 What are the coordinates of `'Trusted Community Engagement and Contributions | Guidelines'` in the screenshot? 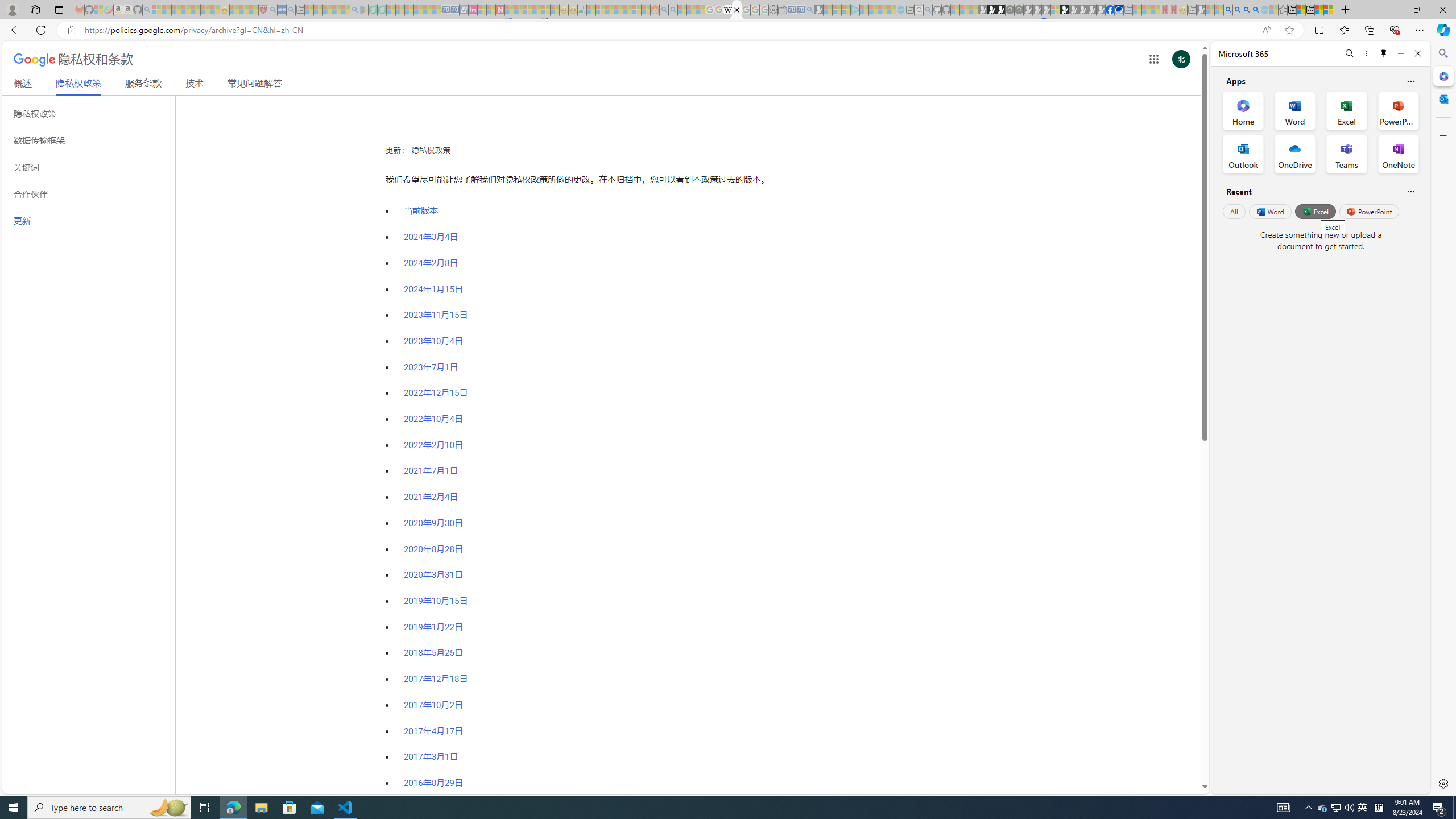 It's located at (508, 9).